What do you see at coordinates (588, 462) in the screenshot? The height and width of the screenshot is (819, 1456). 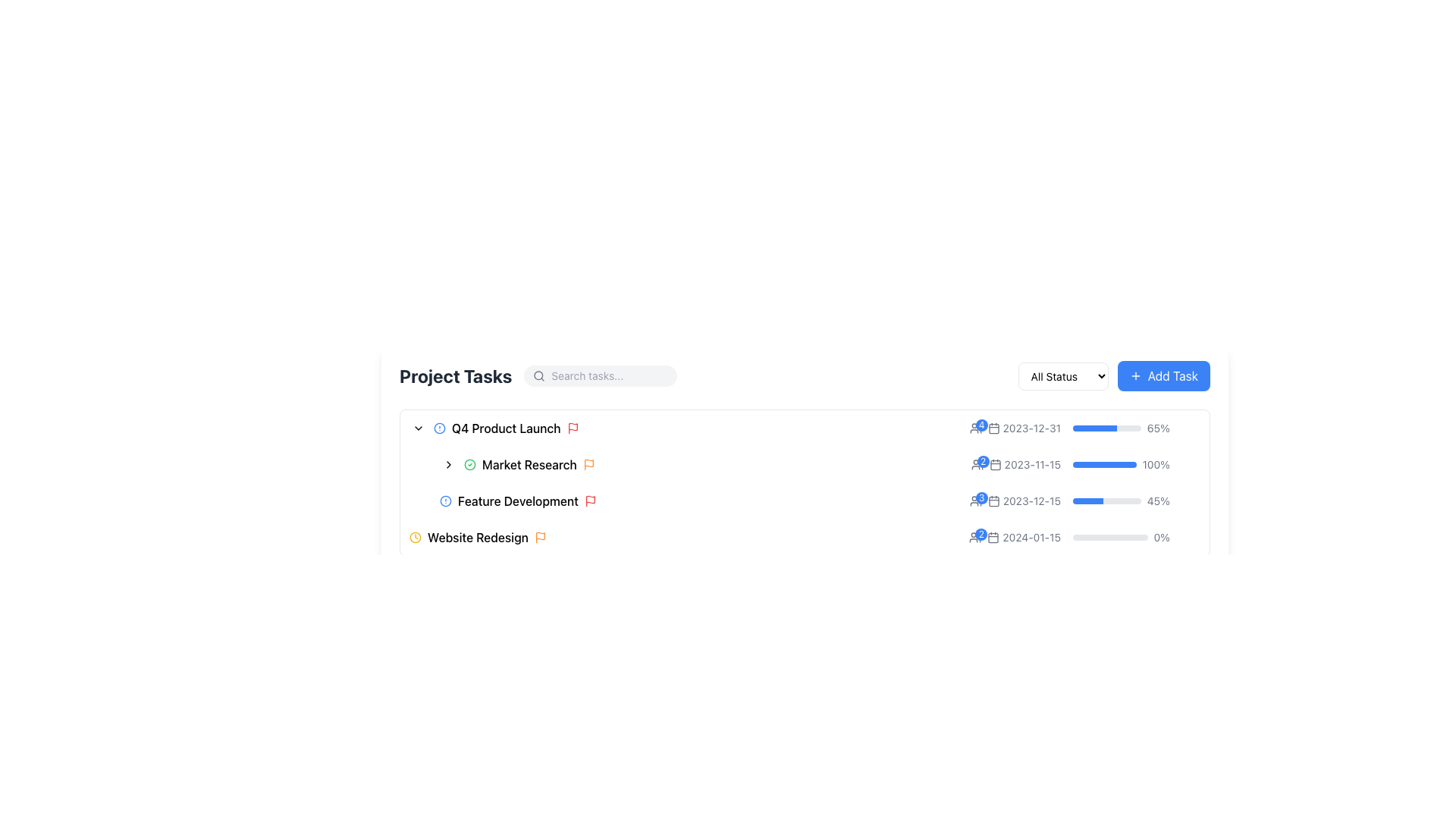 I see `the refined flag icon located to the right of the 'Market Research' sub-task in the project management section` at bounding box center [588, 462].